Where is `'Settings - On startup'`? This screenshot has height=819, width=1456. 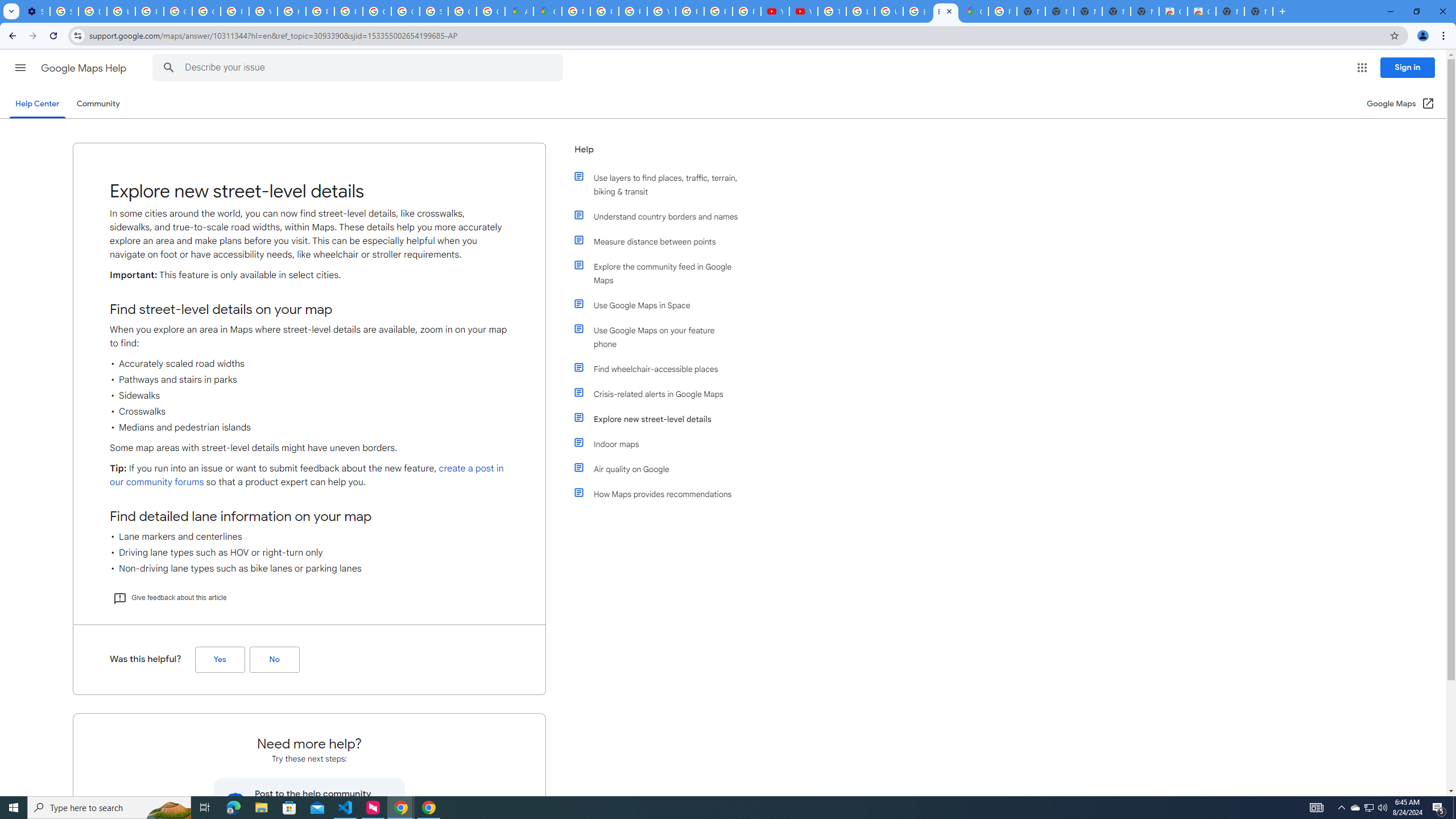 'Settings - On startup' is located at coordinates (35, 11).